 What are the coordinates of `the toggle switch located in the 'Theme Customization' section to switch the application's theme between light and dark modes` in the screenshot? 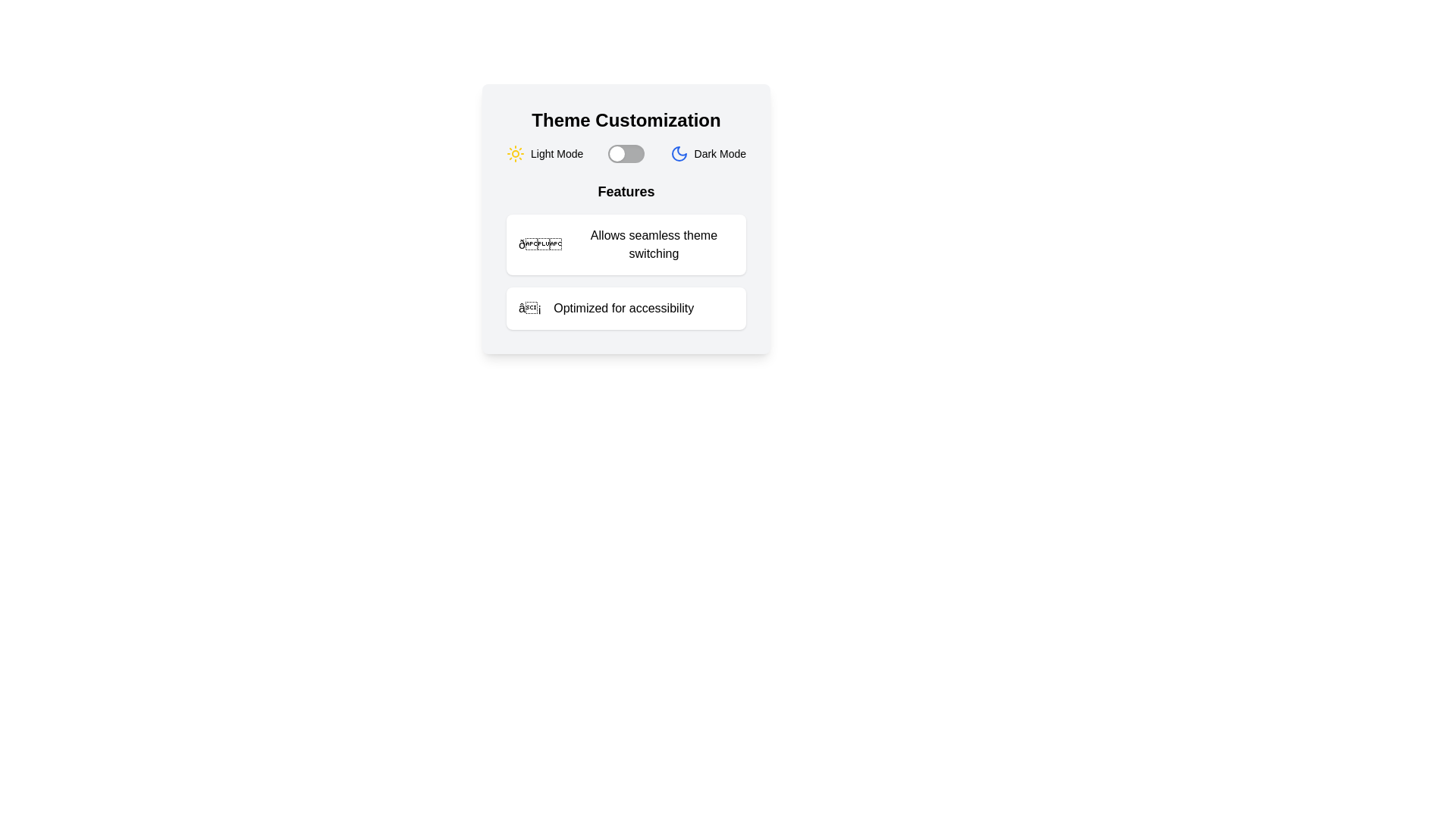 It's located at (626, 154).